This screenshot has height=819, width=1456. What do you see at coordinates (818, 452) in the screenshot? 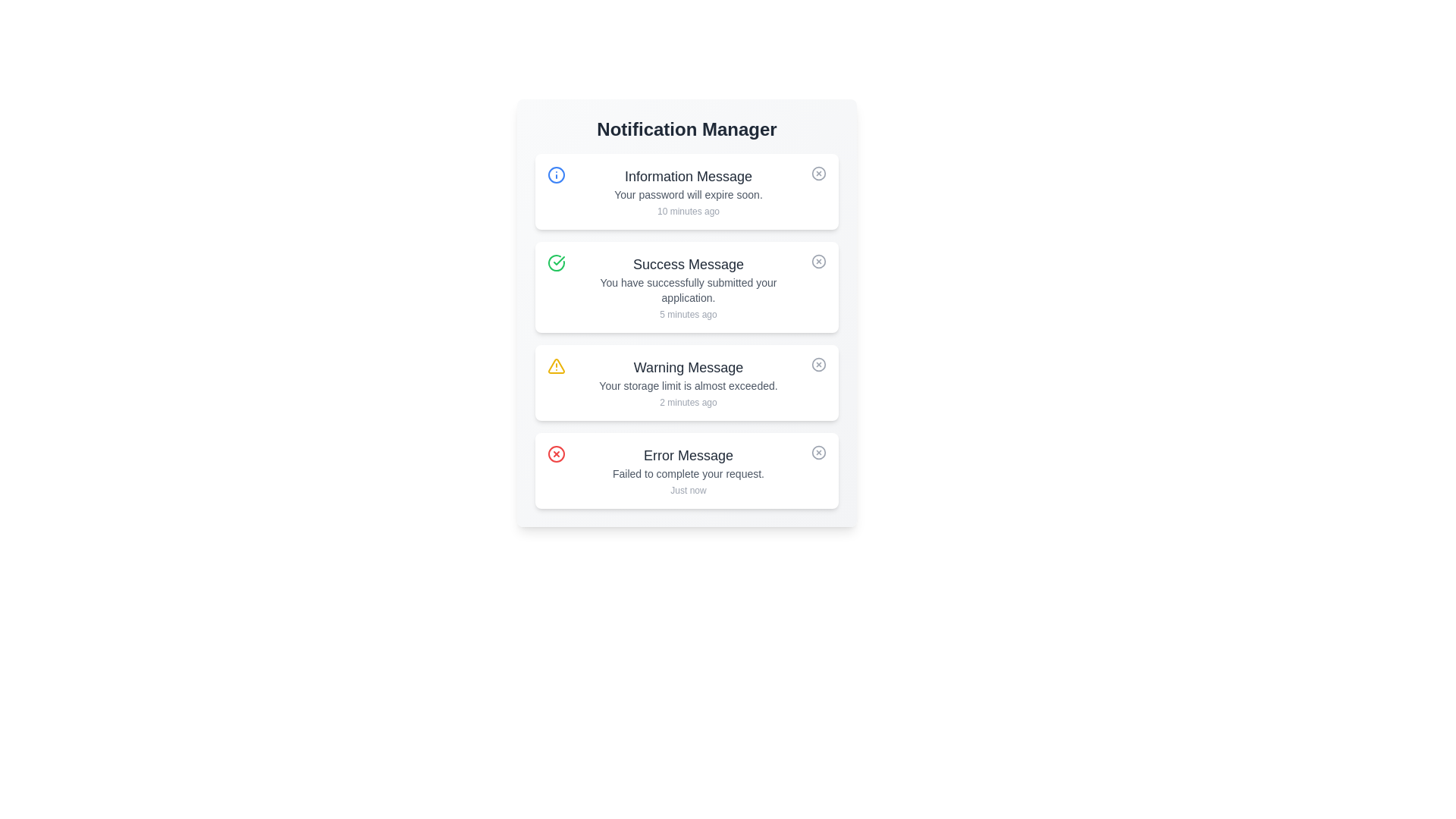
I see `the circular decorative element of the 'x' icon located at the far right of the 'Error Message' notification card` at bounding box center [818, 452].